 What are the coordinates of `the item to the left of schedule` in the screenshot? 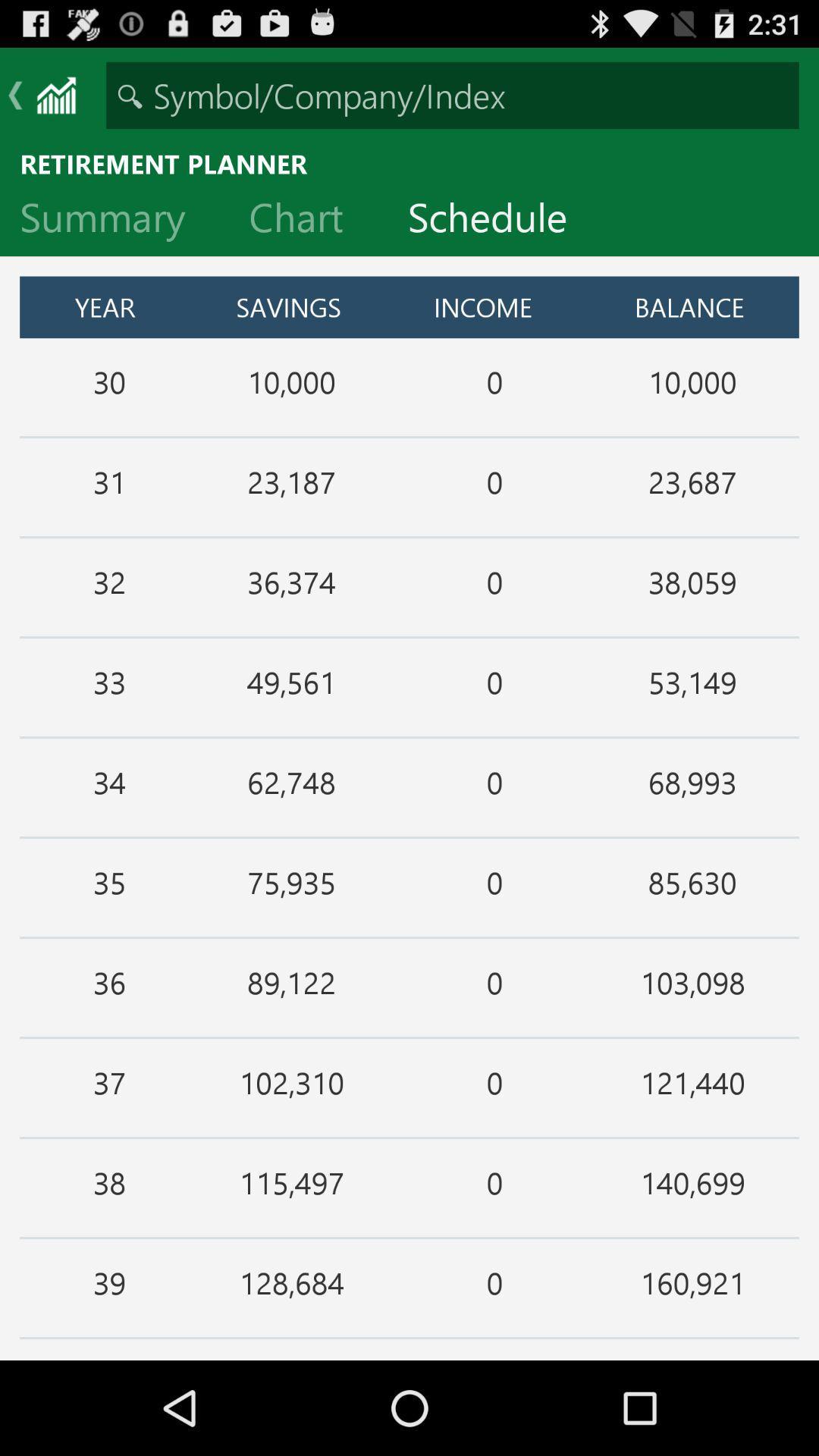 It's located at (307, 220).